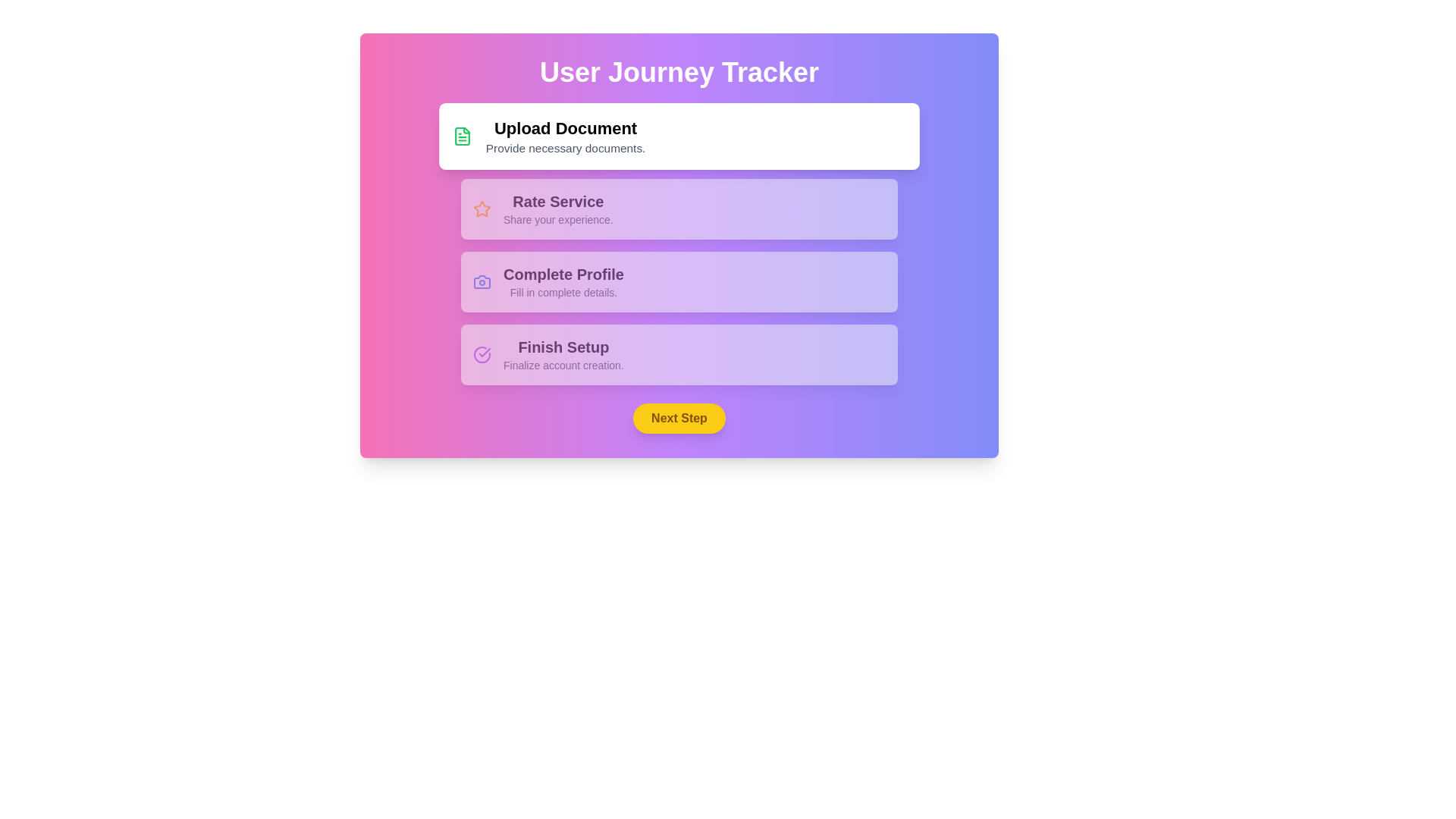 This screenshot has height=819, width=1456. Describe the element at coordinates (679, 209) in the screenshot. I see `the Information card that prompts the user to rate a service, located as the second card in a vertical sequence of four, positioned below the 'Upload Document' card and above the 'Complete Profile' card` at that location.